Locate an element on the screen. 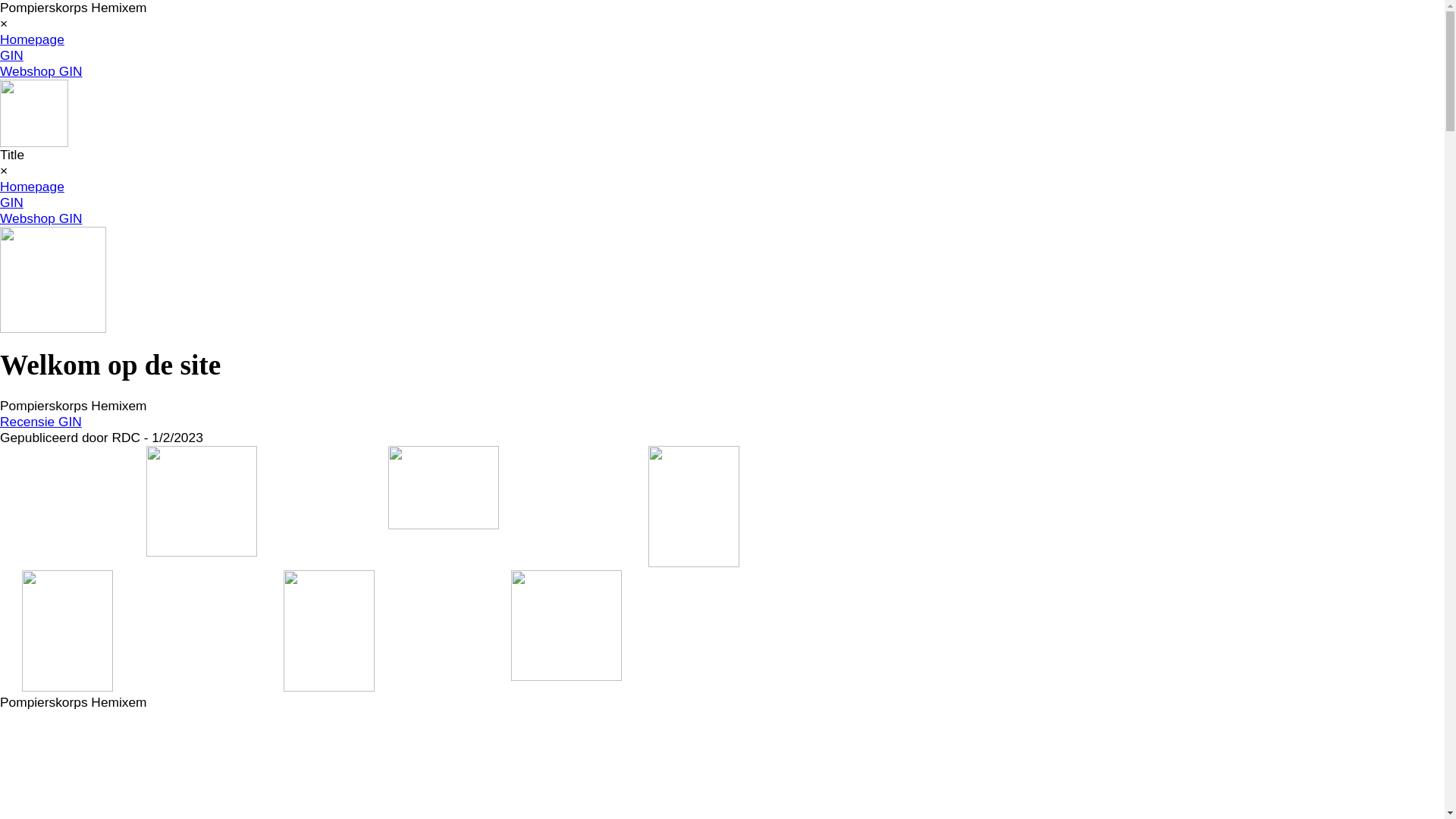  'GIN' is located at coordinates (0, 201).